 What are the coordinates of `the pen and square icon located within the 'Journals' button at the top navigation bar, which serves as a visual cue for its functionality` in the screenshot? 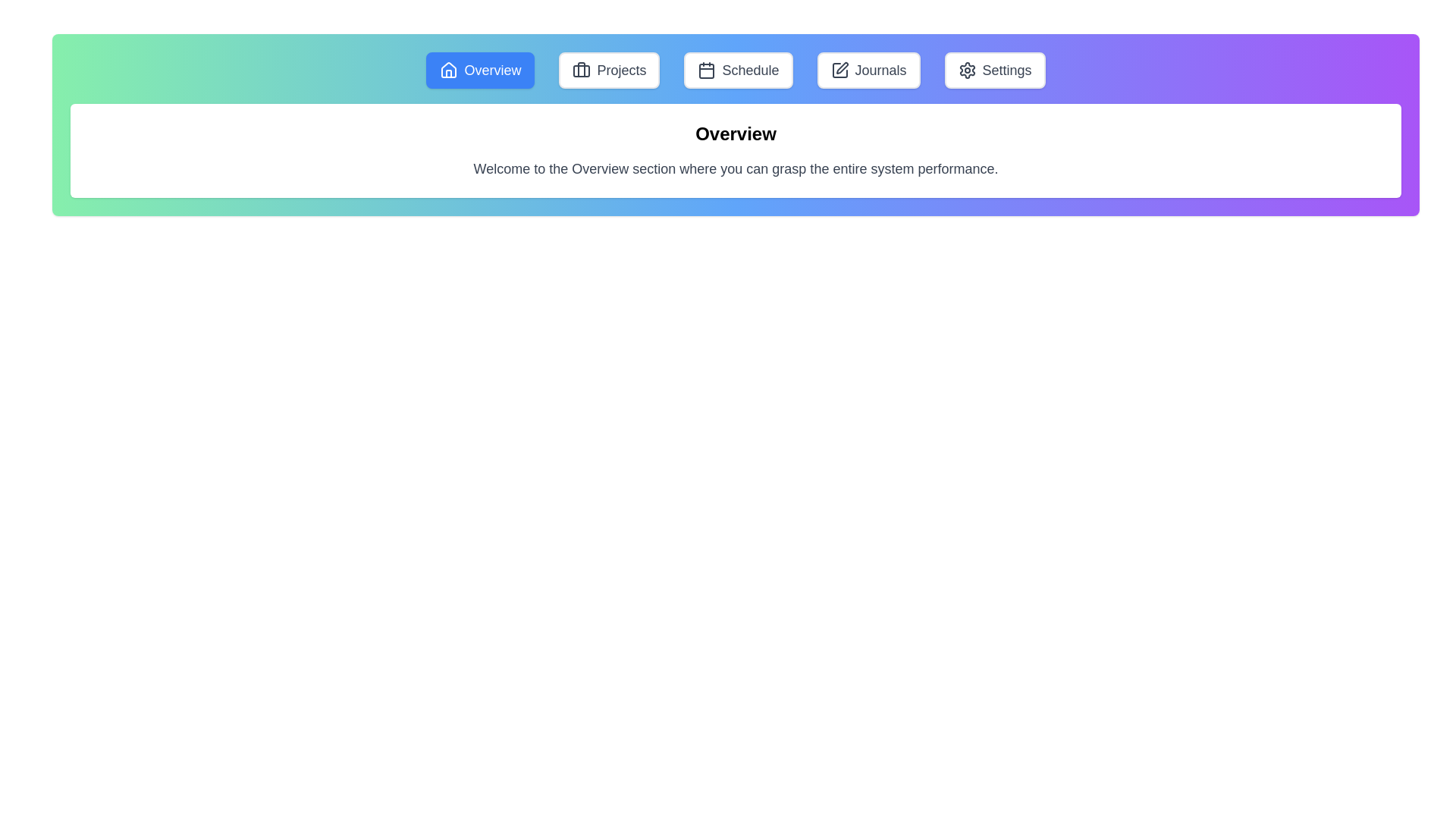 It's located at (839, 70).